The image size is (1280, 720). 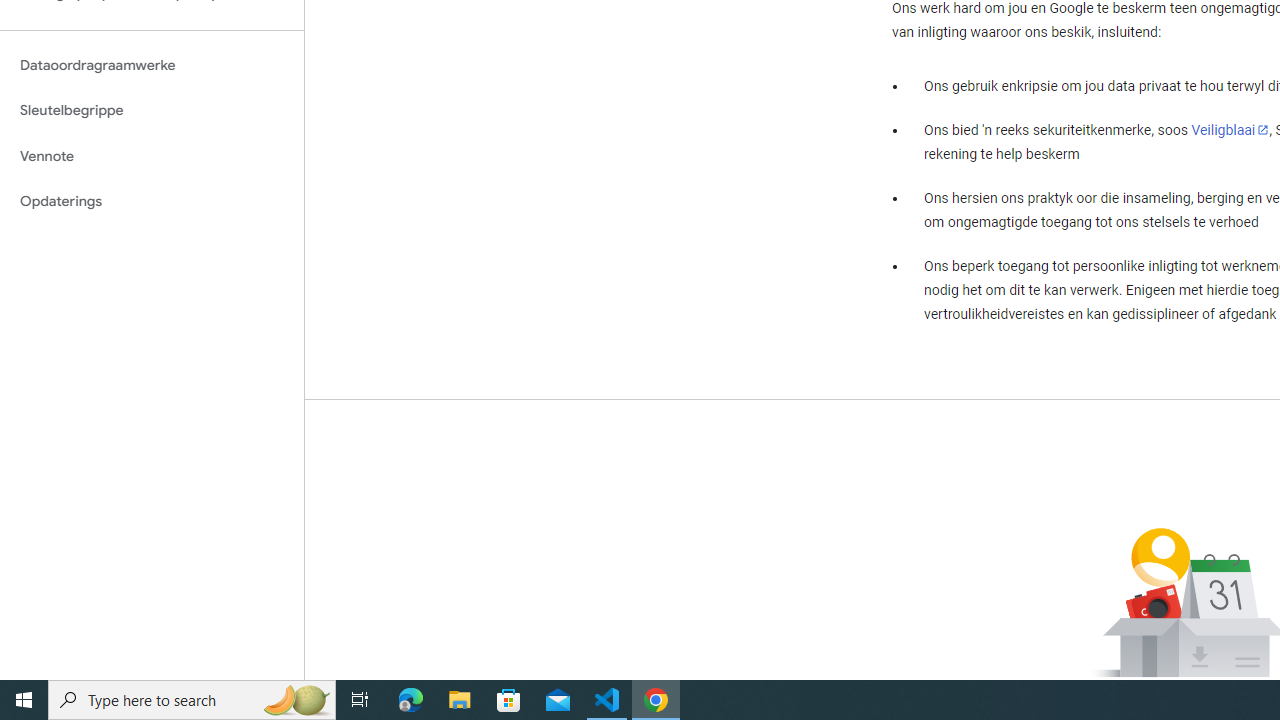 I want to click on 'Opdaterings', so click(x=151, y=201).